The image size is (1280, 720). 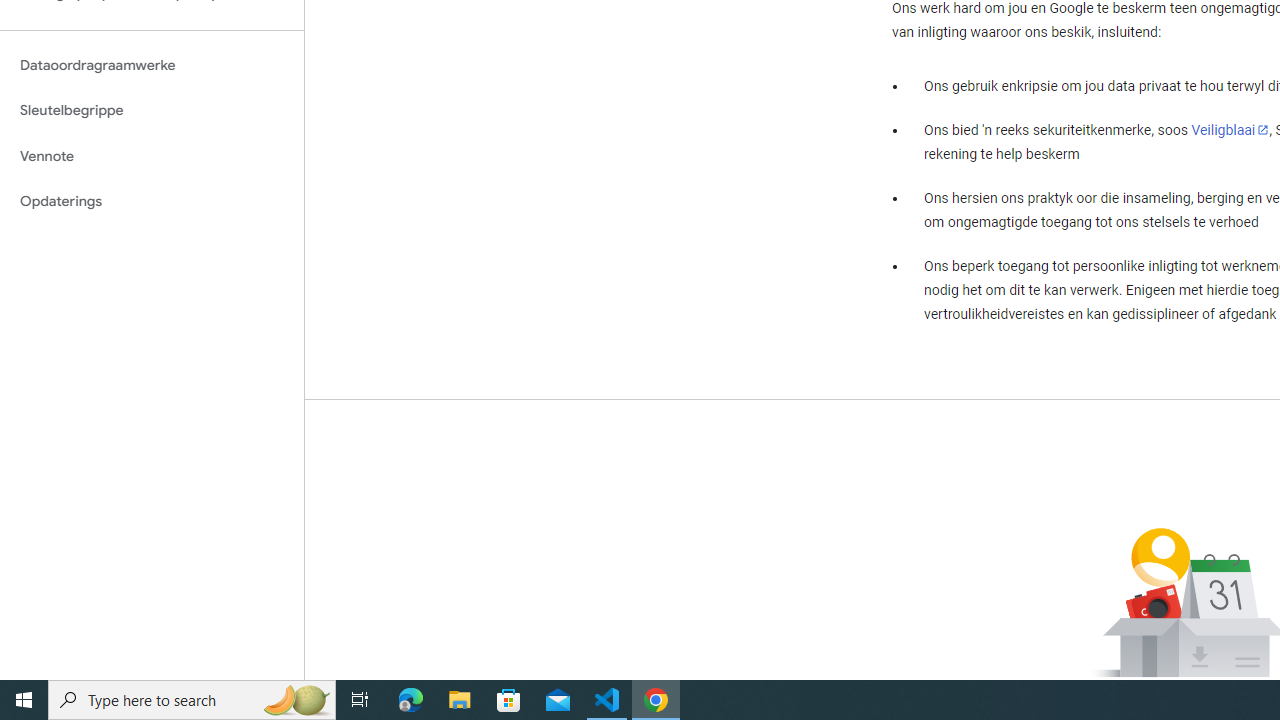 I want to click on 'Opdaterings', so click(x=151, y=201).